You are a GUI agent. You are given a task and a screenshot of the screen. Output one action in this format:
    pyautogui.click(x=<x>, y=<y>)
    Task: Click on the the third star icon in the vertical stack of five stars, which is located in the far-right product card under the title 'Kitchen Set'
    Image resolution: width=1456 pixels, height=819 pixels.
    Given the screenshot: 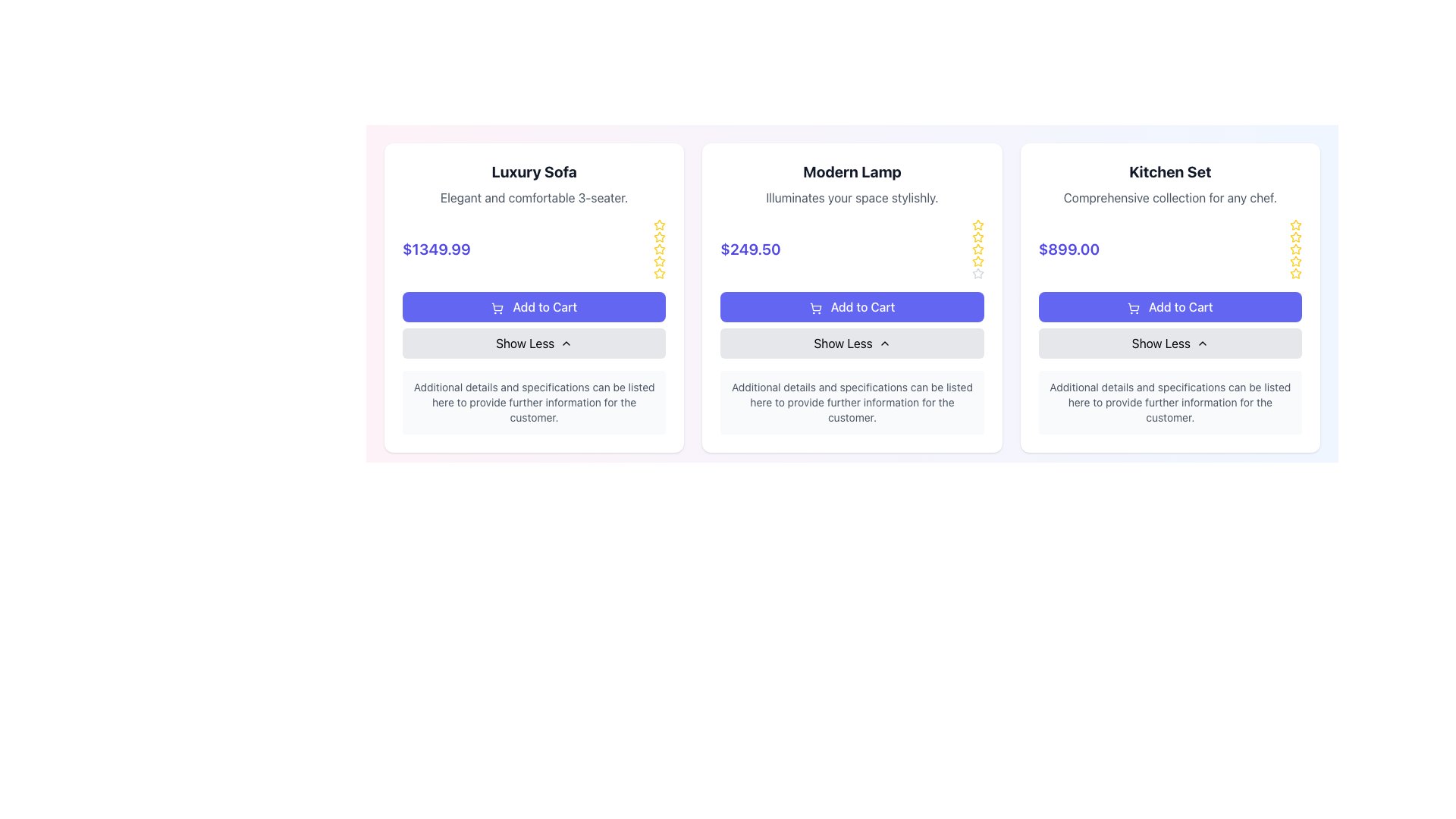 What is the action you would take?
    pyautogui.click(x=1294, y=237)
    